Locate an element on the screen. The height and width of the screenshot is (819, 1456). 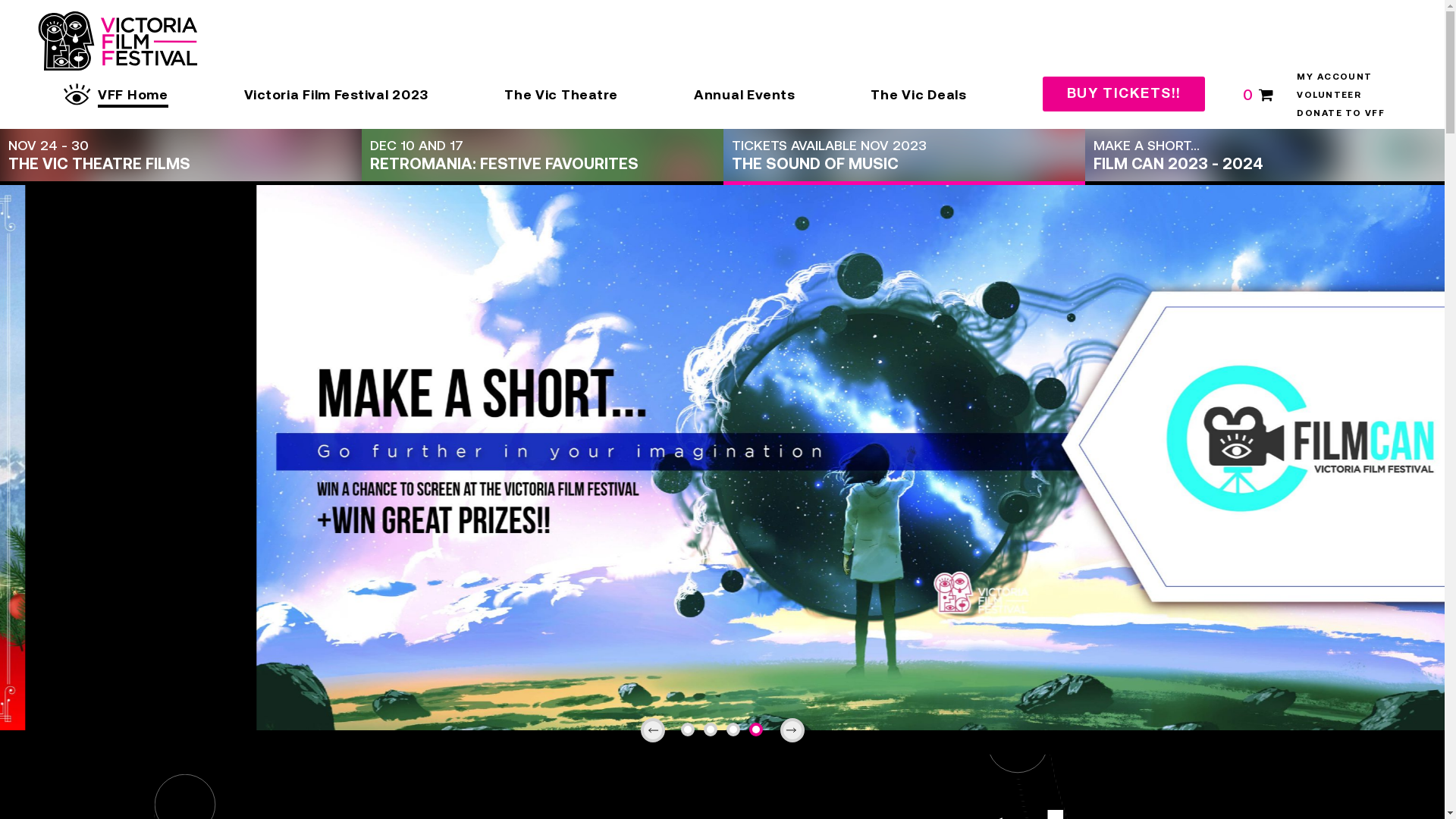
'The Vic Deals' is located at coordinates (917, 93).